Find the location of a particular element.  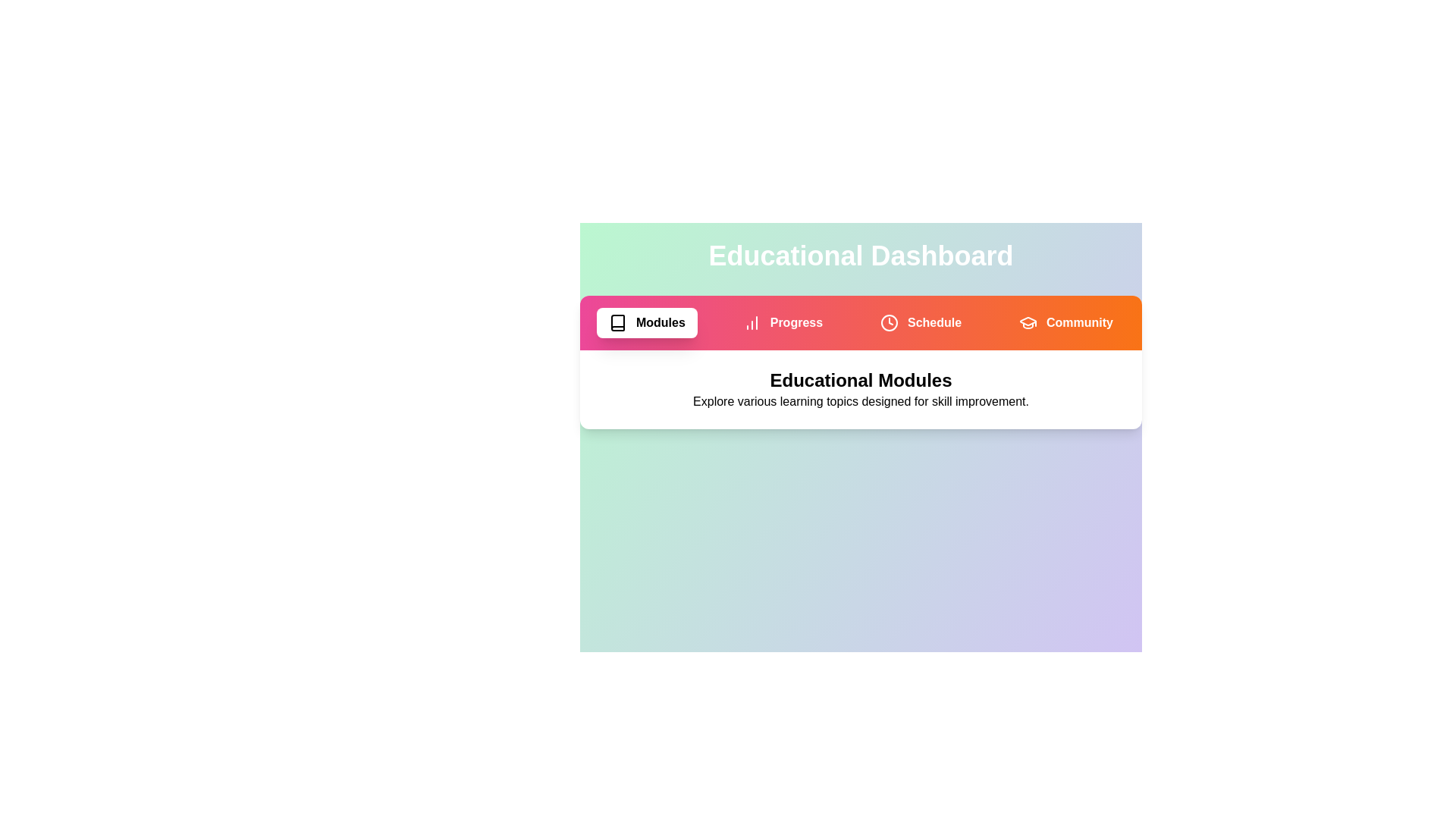

the 'Schedule' text label within the navigation bar is located at coordinates (934, 322).